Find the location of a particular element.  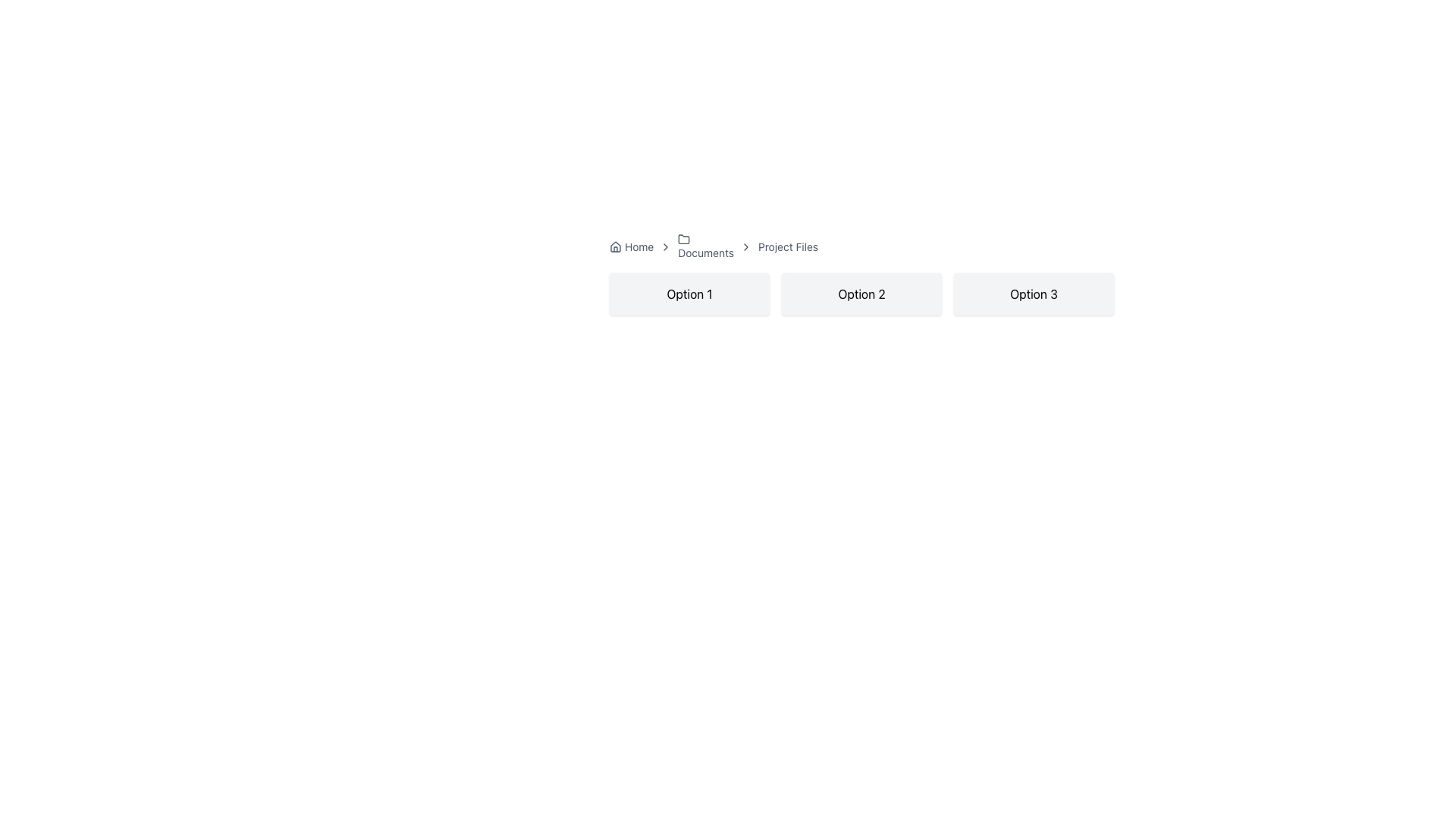

the button labeled 'Option 3', which is a rectangular component with a light gray background and rounded corners, located in the rightmost column of a grid layout is located at coordinates (1033, 294).